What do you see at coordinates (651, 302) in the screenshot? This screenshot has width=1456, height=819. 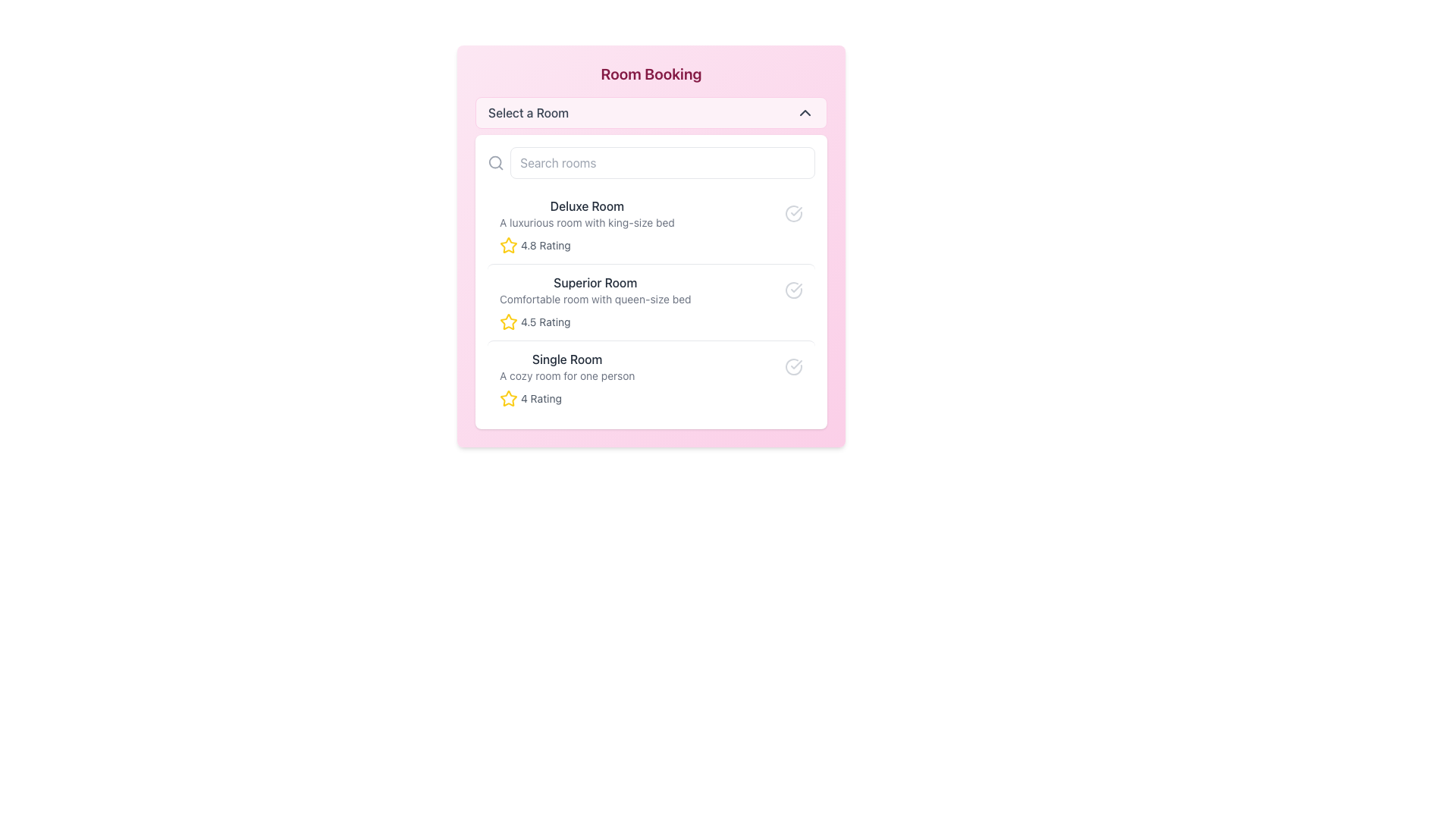 I see `the 'Superior Room' list item in the 'Room Booking' dialog, which is the second item in the vertical list of room options` at bounding box center [651, 302].